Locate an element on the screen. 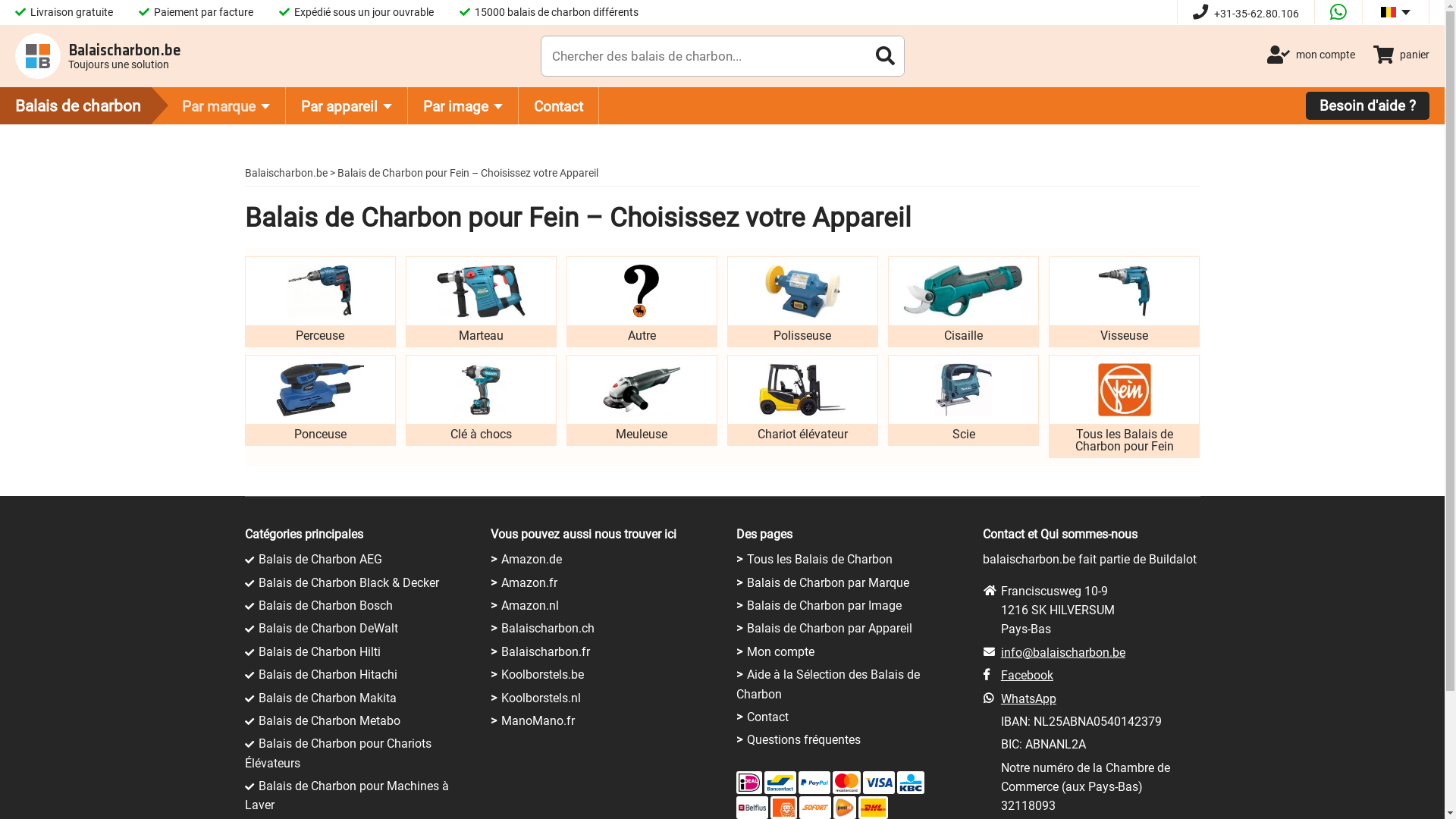 The height and width of the screenshot is (819, 1456). 'Bancontact-logo' is located at coordinates (780, 783).